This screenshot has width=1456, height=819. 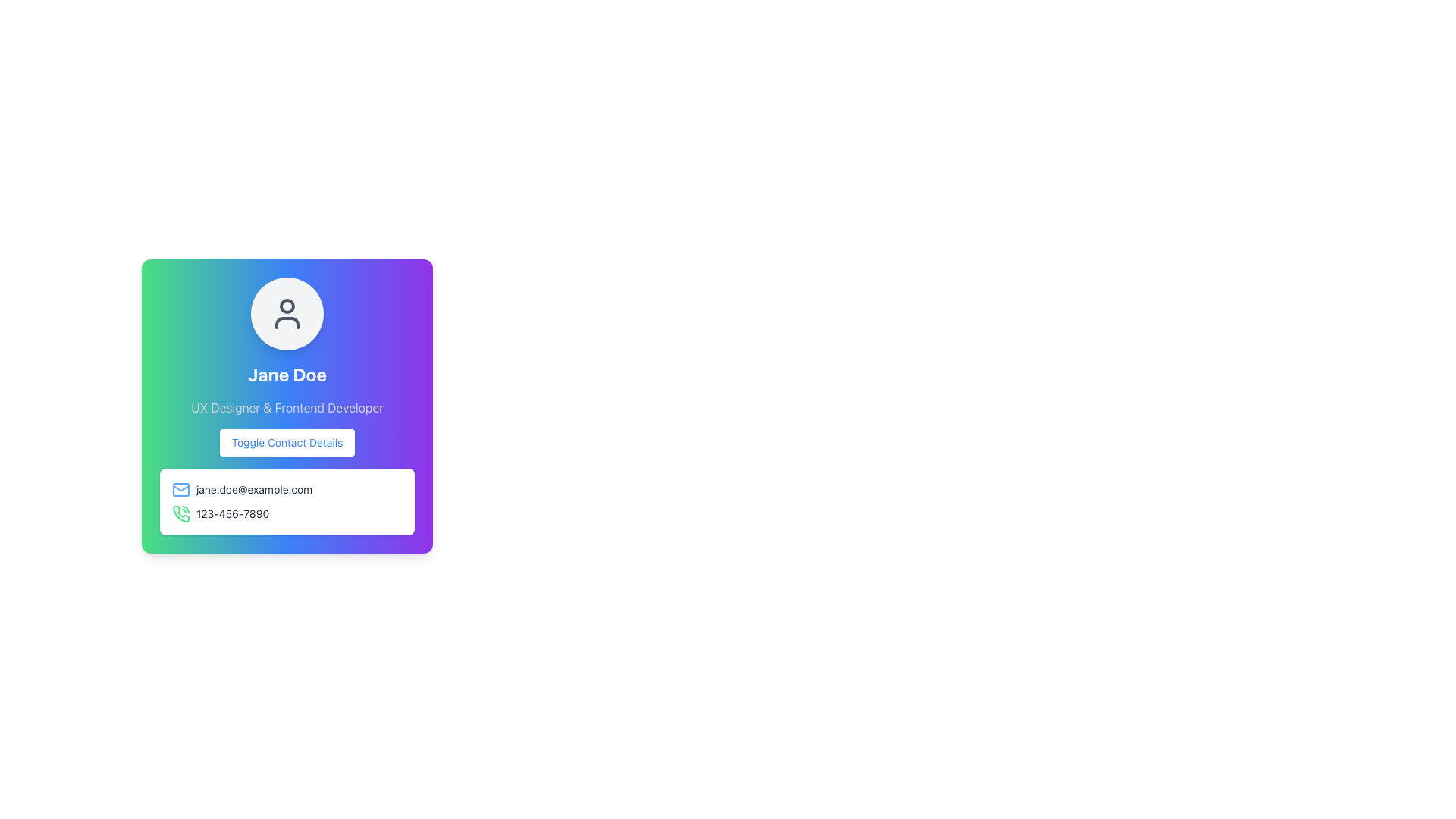 What do you see at coordinates (181, 489) in the screenshot?
I see `the mail icon, which is a blue rounded rectangular graphic resembling an envelope, located at the bottom-left of the contact card` at bounding box center [181, 489].